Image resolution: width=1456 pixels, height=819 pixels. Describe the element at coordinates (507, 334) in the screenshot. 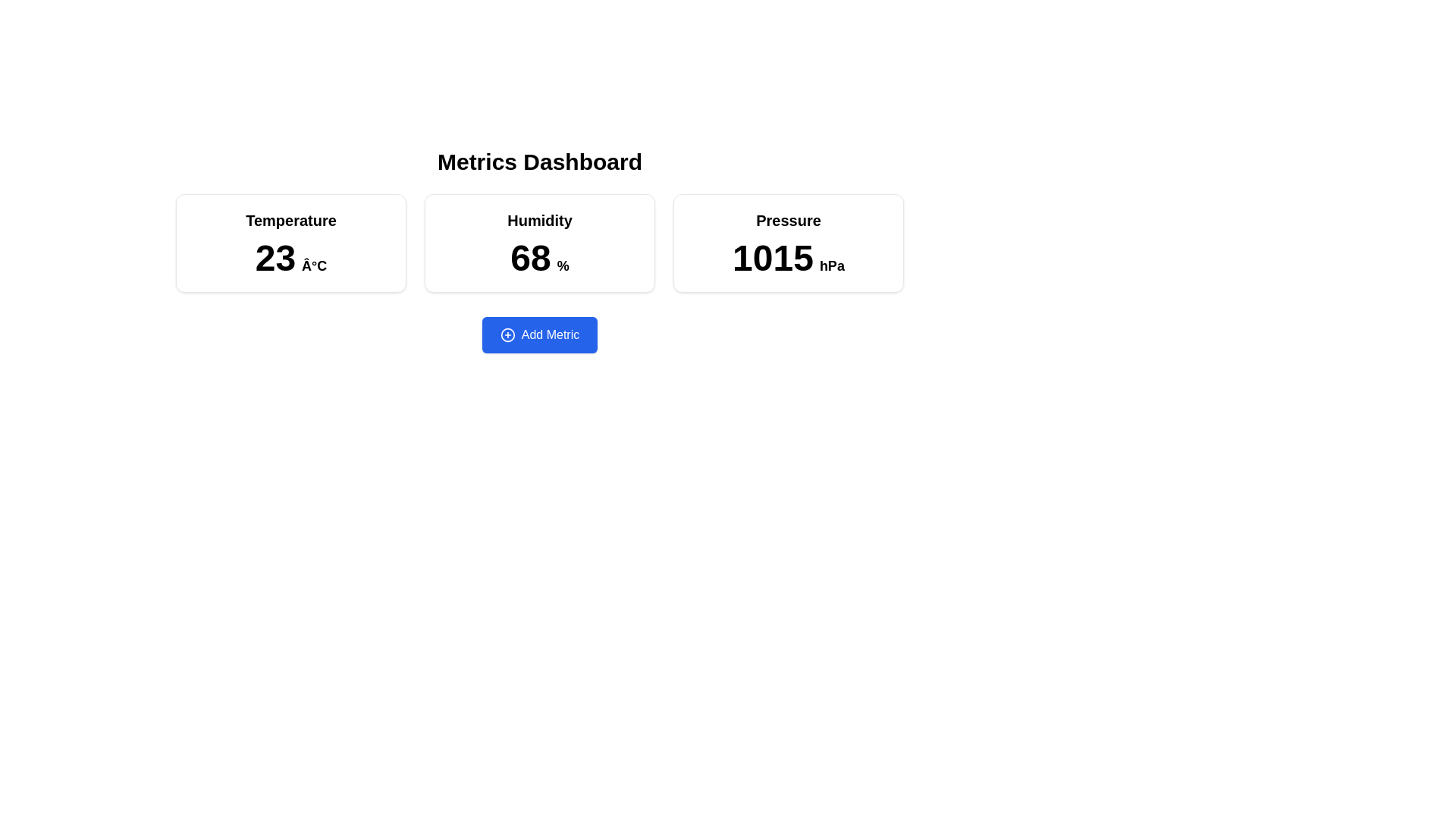

I see `the 'Add Metric' button by clicking on its graphical icon component, which is centrally located within the button` at that location.